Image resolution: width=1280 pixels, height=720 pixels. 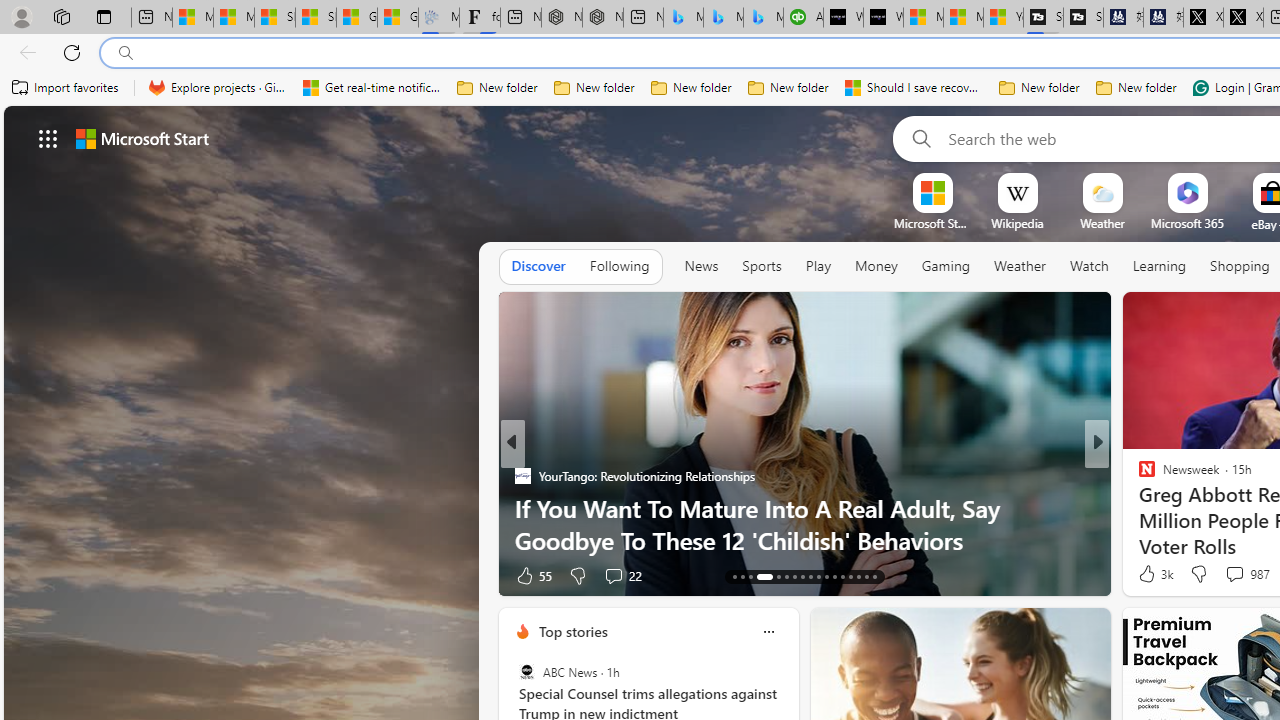 I want to click on 'AutomationID: tab-16', so click(x=757, y=577).